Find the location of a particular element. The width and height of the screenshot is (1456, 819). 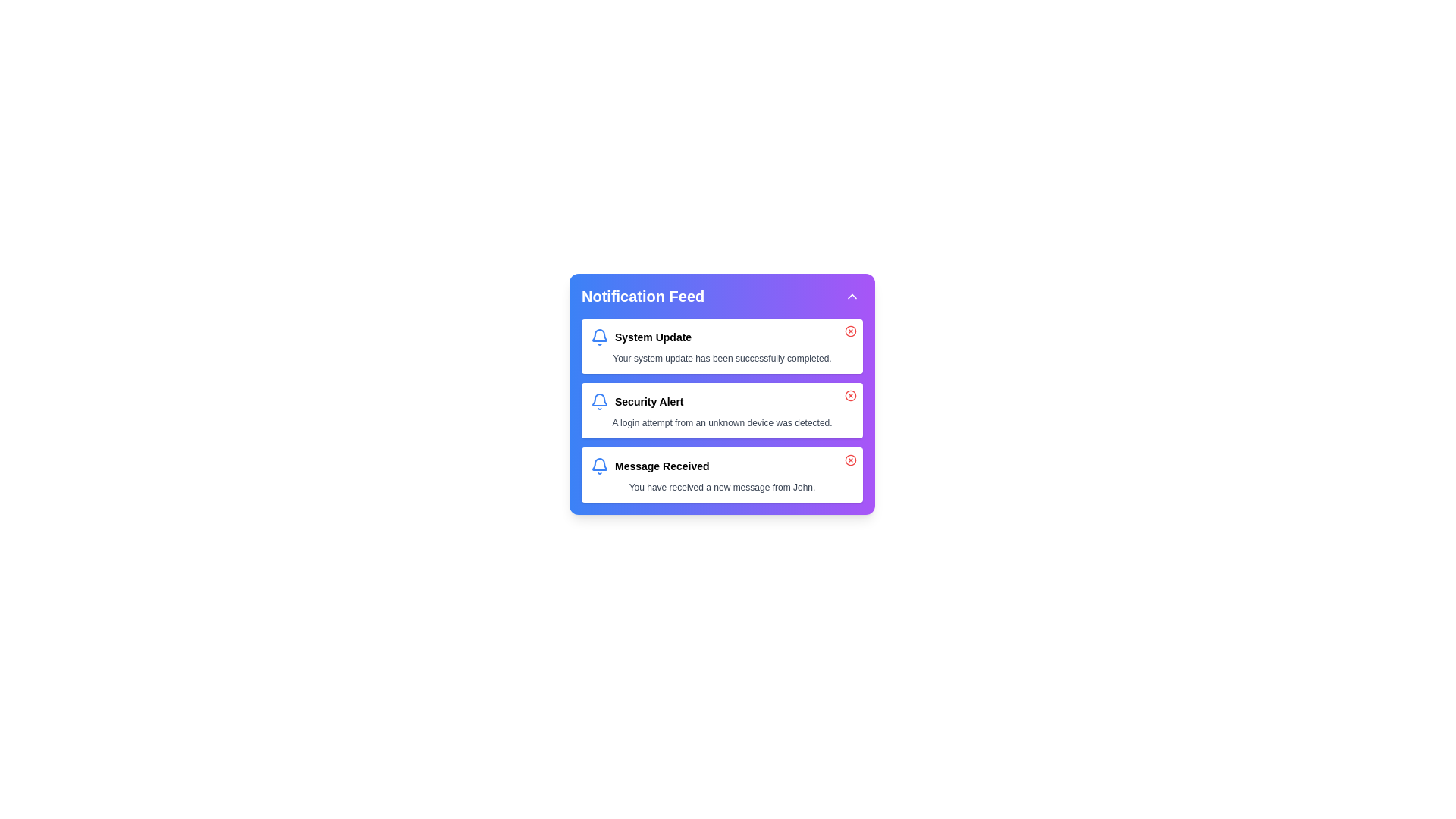

the blue bell-shaped notification icon located to the left of the associated title in the notification-centered UI layout is located at coordinates (599, 399).